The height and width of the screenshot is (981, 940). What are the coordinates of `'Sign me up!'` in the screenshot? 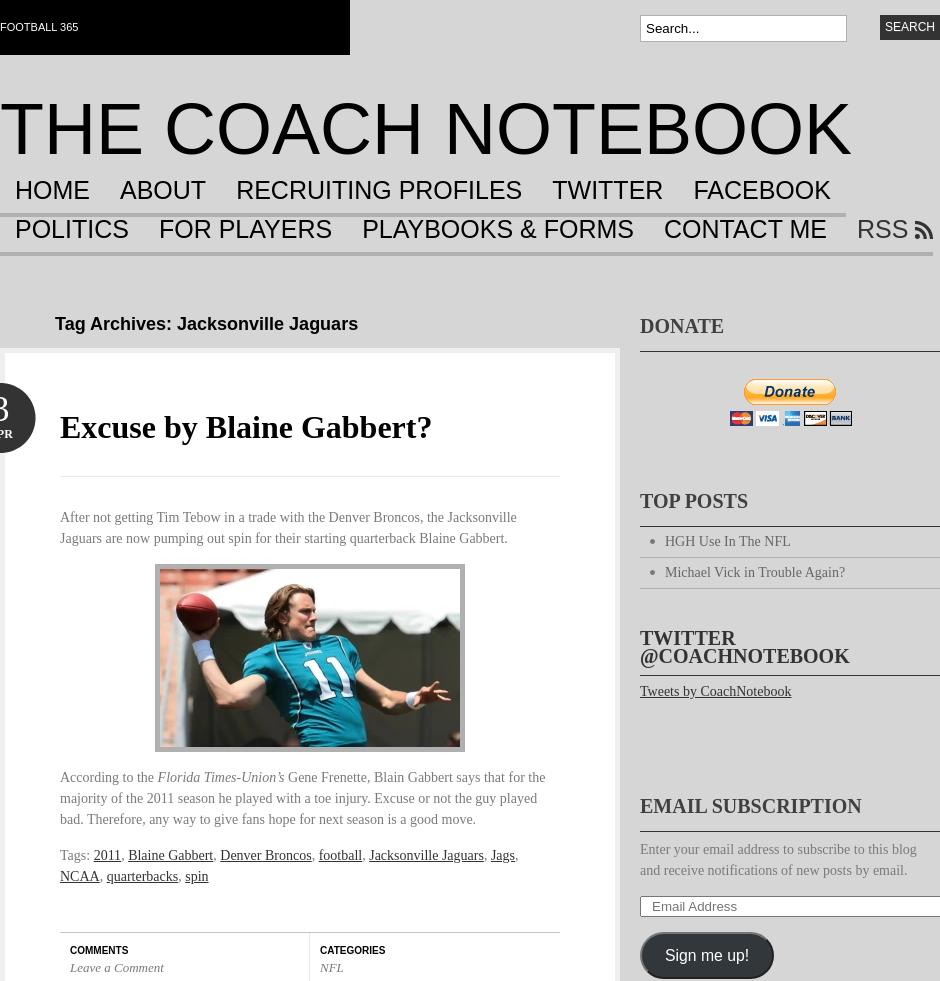 It's located at (706, 954).